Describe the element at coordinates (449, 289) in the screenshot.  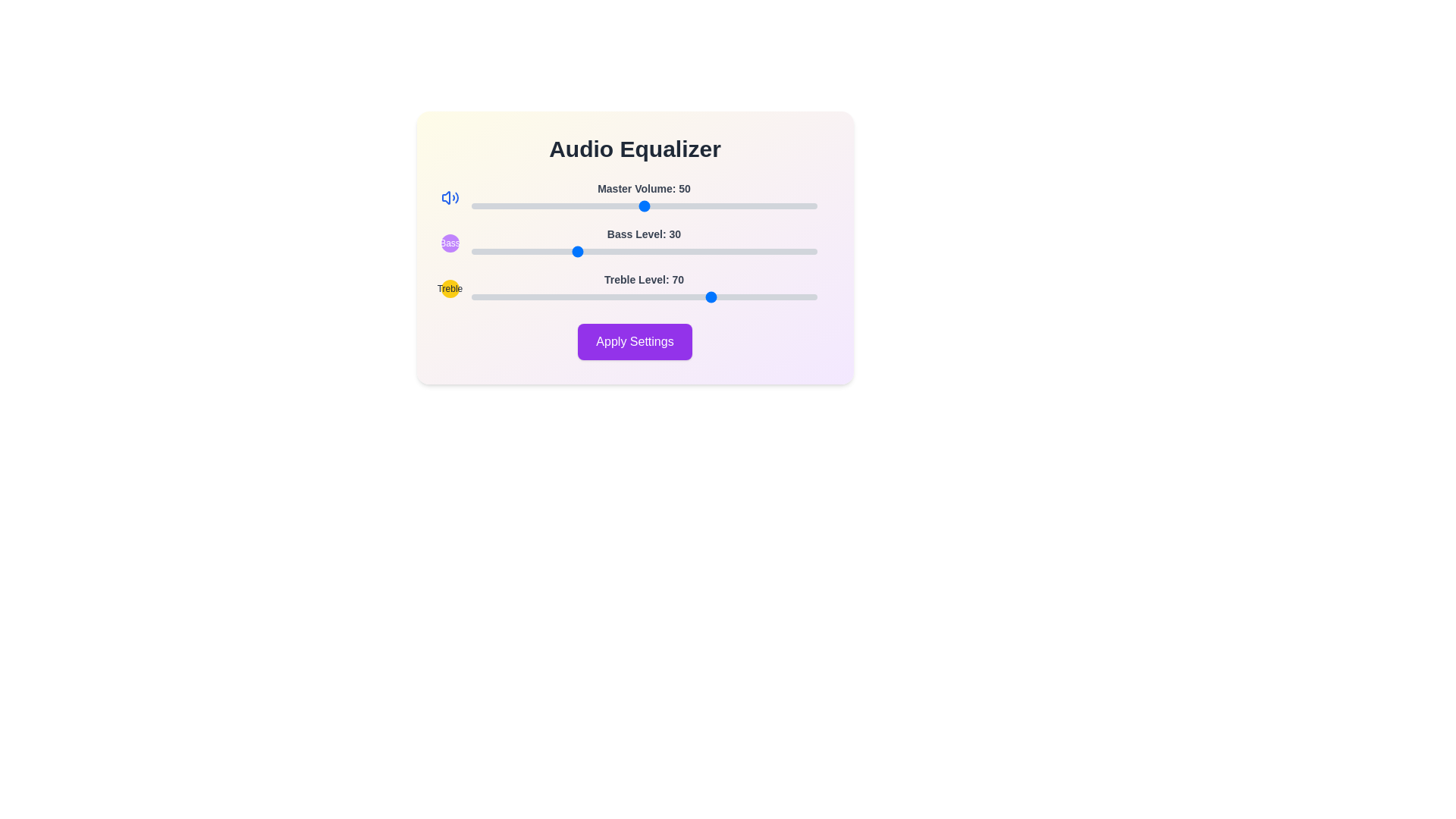
I see `the circular badge labeled 'Treble' with a bright yellow background and black text, located in the Treble section of the audio equalizer interface` at that location.